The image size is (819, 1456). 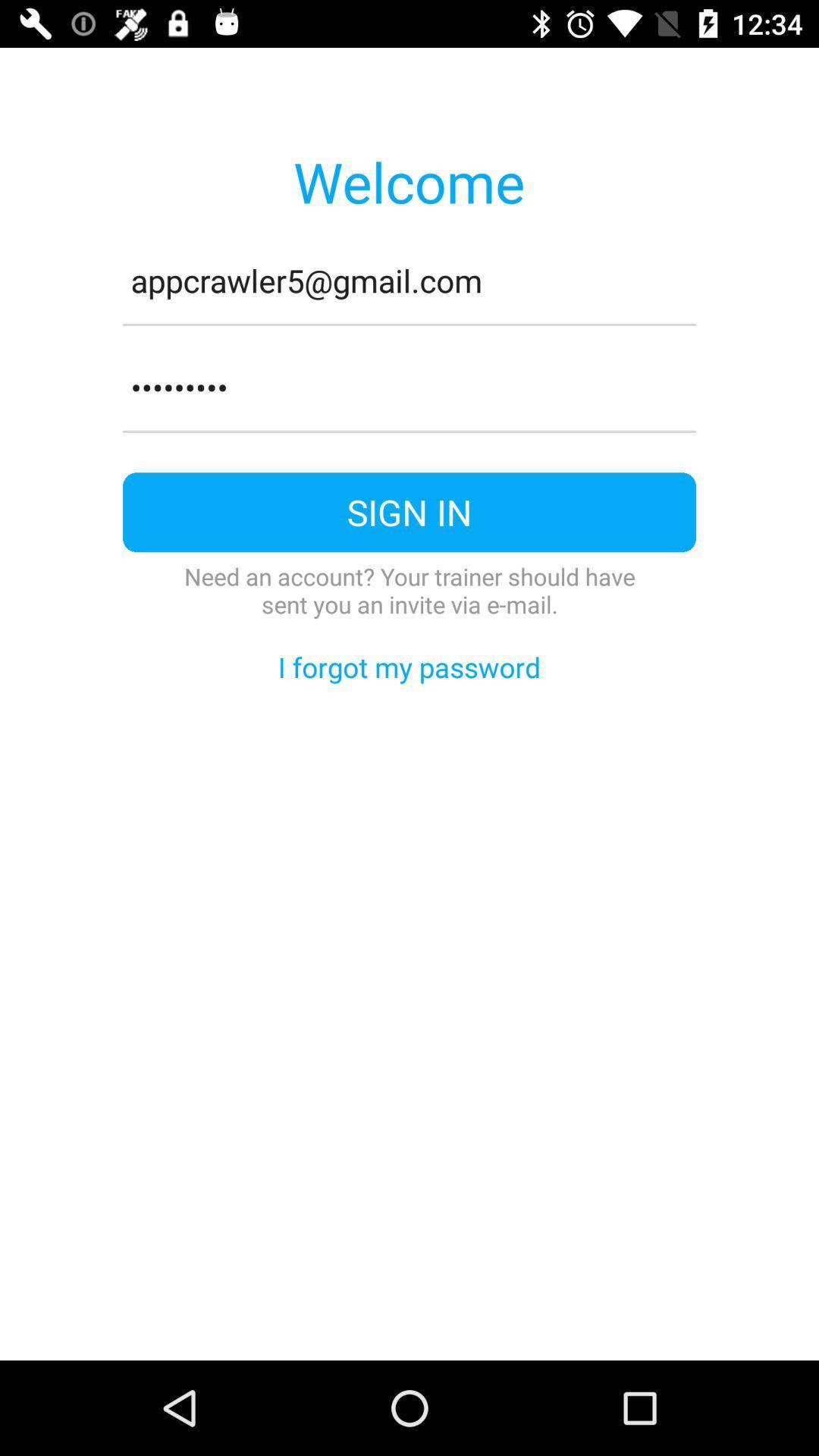 I want to click on item above crowd3116, so click(x=409, y=324).